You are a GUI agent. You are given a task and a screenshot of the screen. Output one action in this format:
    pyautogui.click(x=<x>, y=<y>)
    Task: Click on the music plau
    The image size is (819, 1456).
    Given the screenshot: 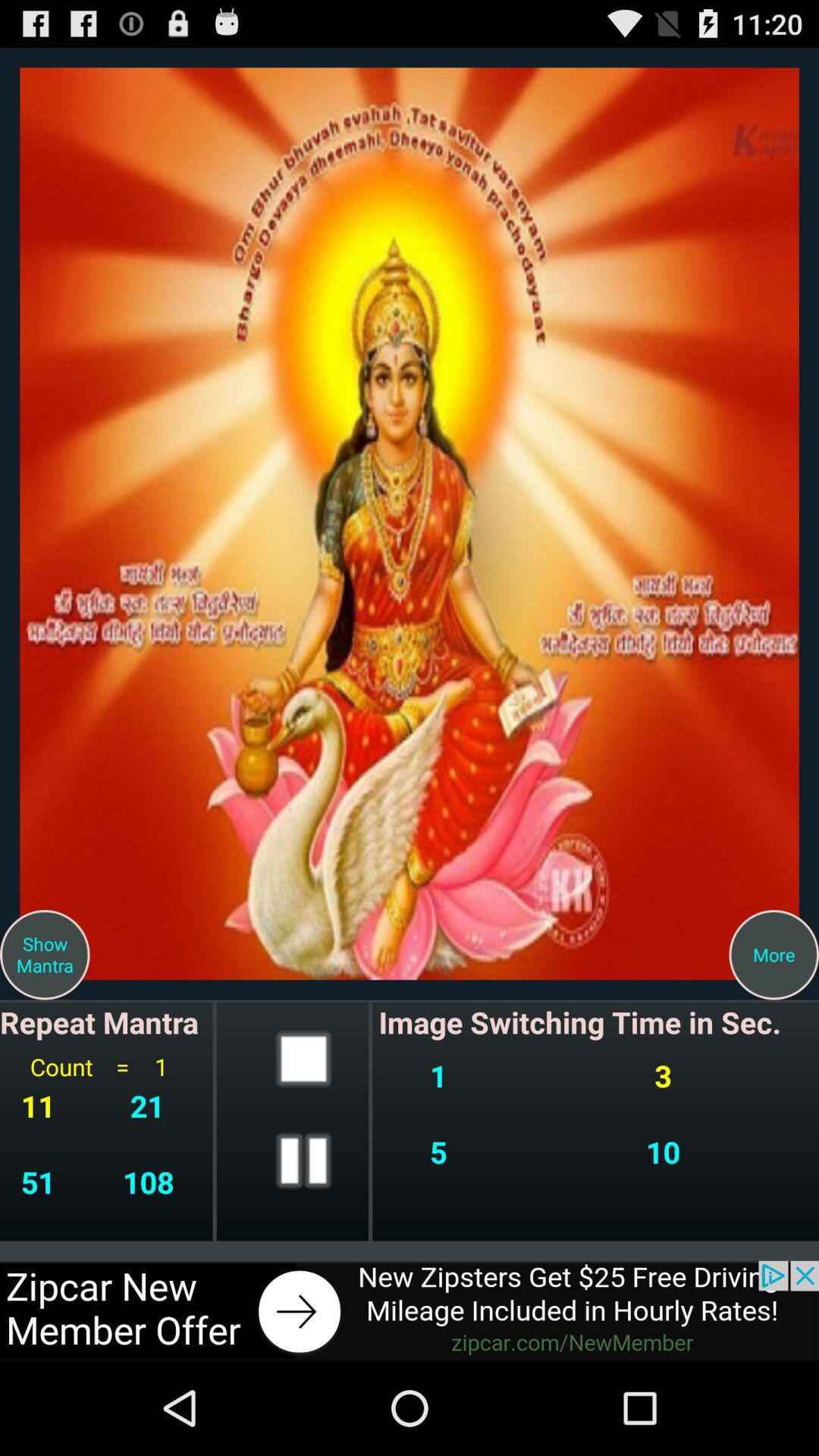 What is the action you would take?
    pyautogui.click(x=303, y=1159)
    